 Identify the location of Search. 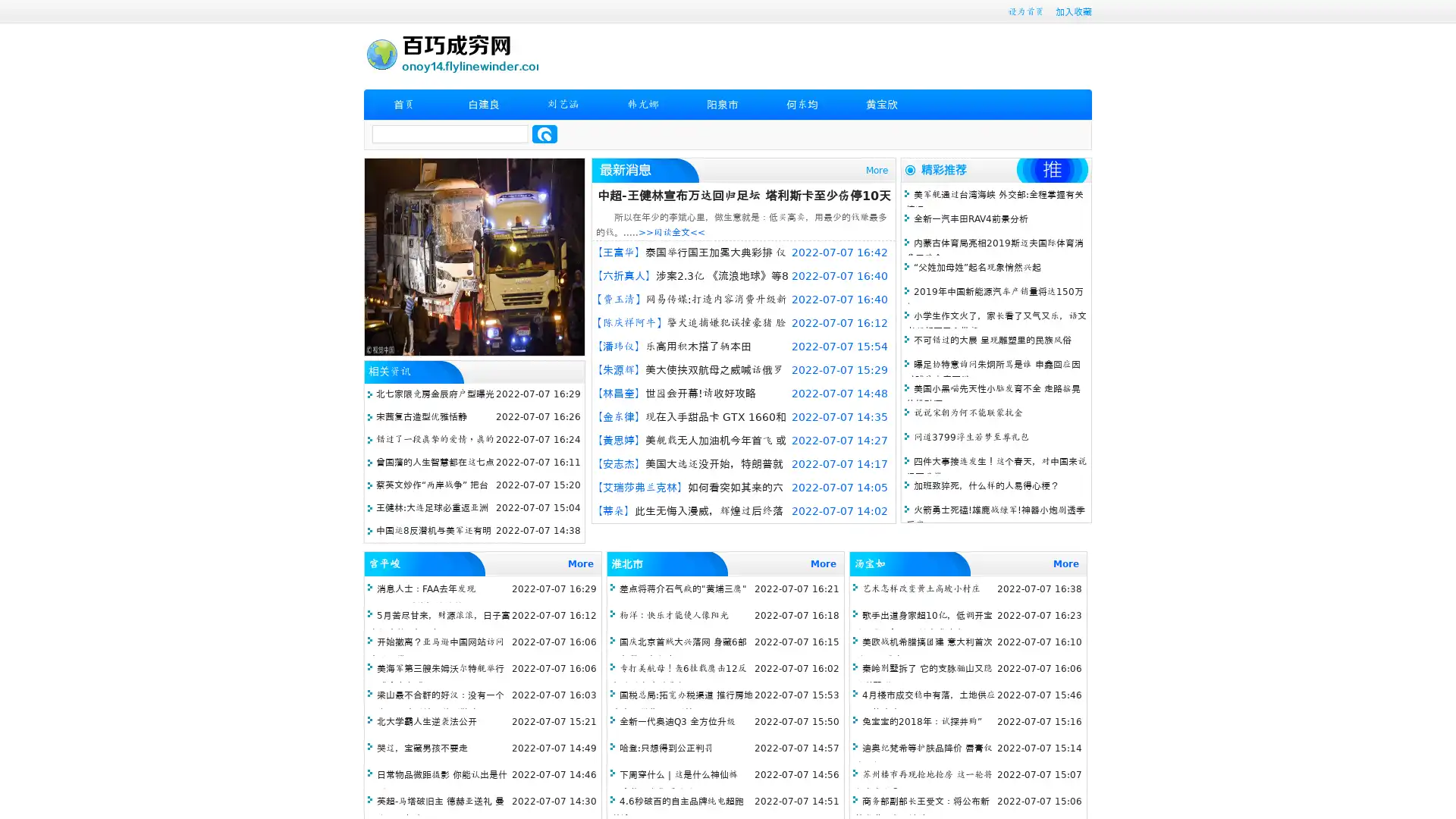
(544, 133).